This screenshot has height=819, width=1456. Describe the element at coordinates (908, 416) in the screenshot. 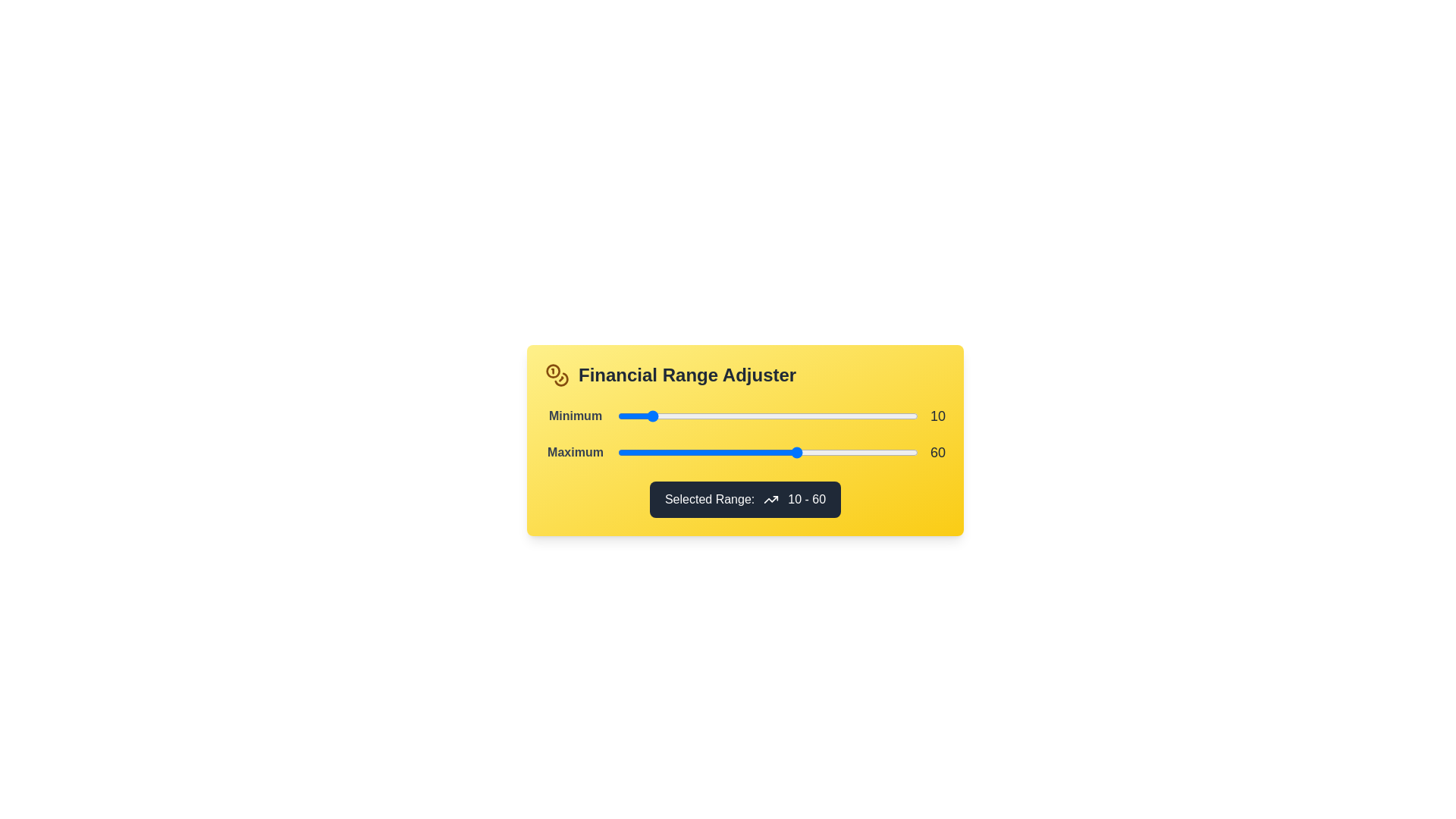

I see `the 'Minimum' slider to 97 within its range` at that location.